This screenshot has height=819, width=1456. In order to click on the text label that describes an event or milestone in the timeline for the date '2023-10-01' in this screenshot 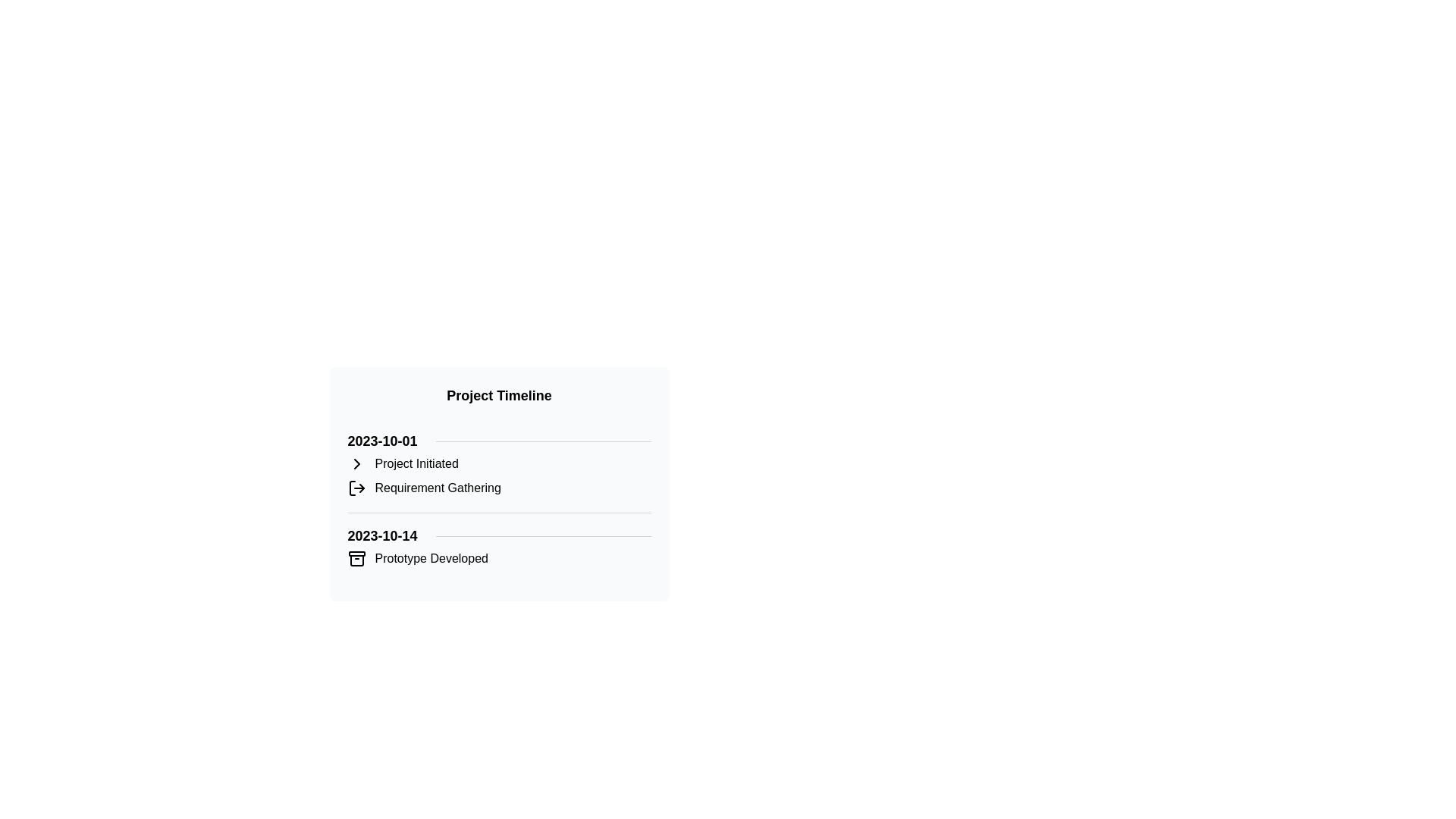, I will do `click(437, 488)`.